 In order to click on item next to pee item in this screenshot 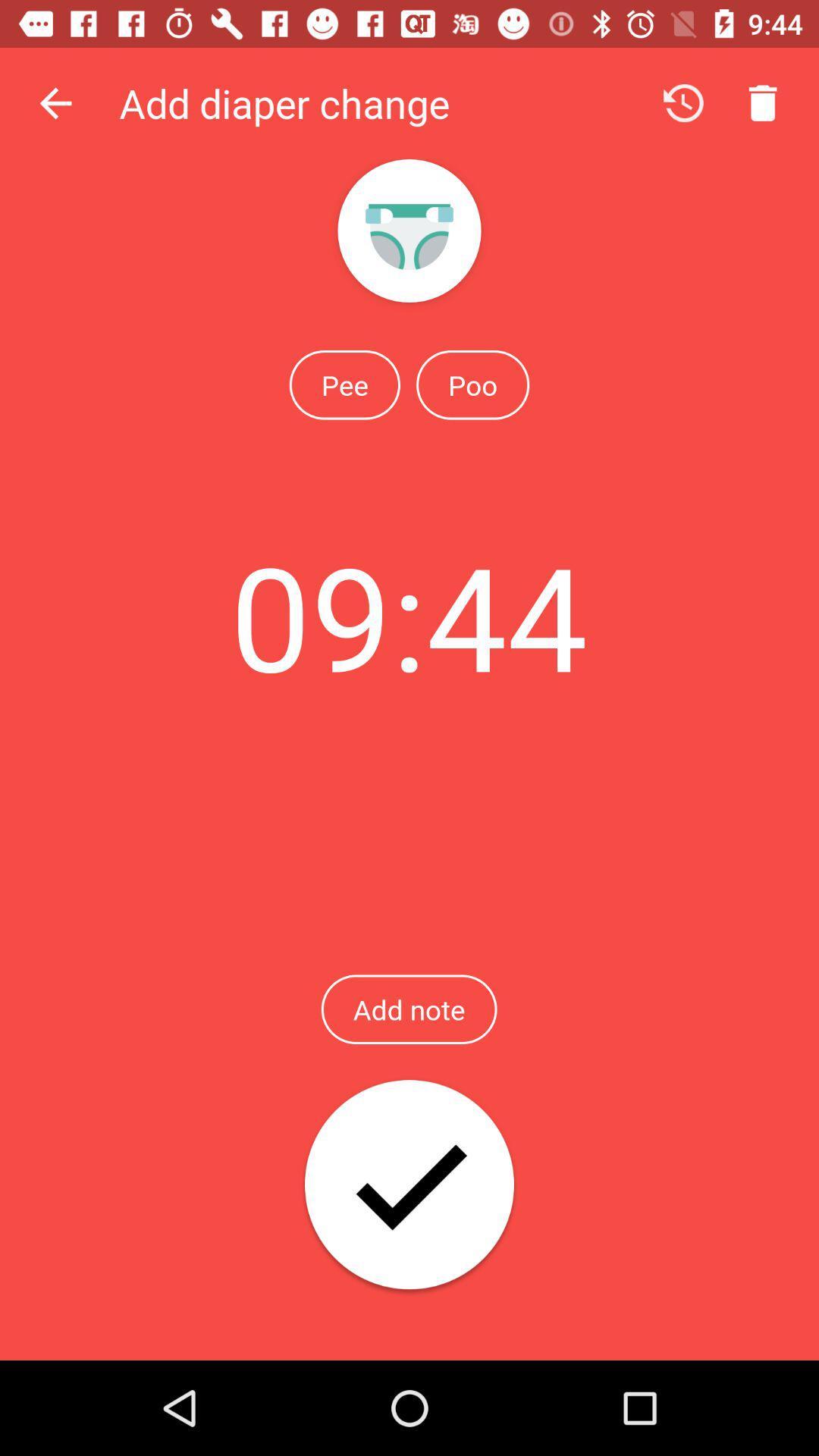, I will do `click(472, 384)`.